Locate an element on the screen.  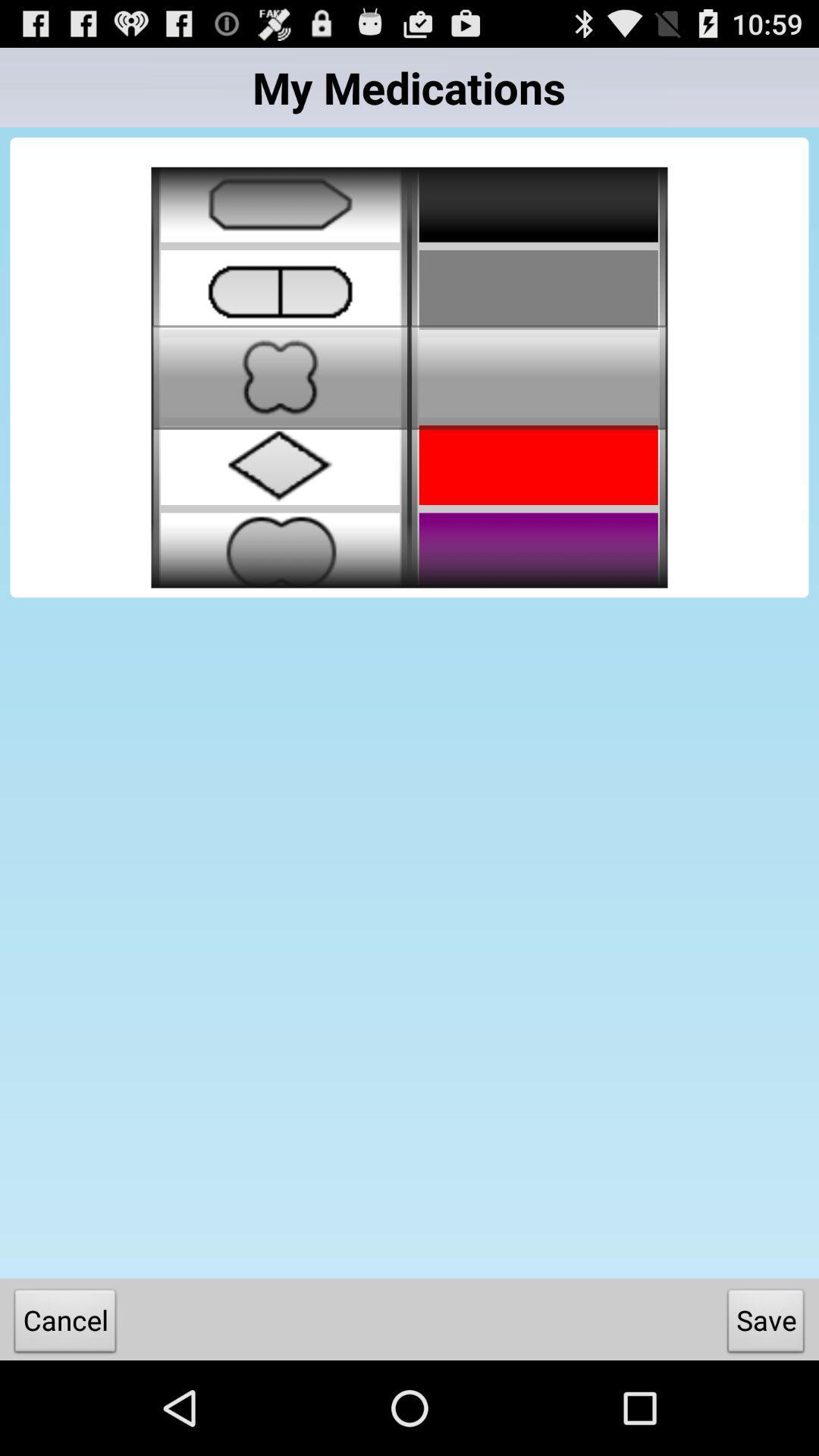
the button at the bottom left corner is located at coordinates (64, 1323).